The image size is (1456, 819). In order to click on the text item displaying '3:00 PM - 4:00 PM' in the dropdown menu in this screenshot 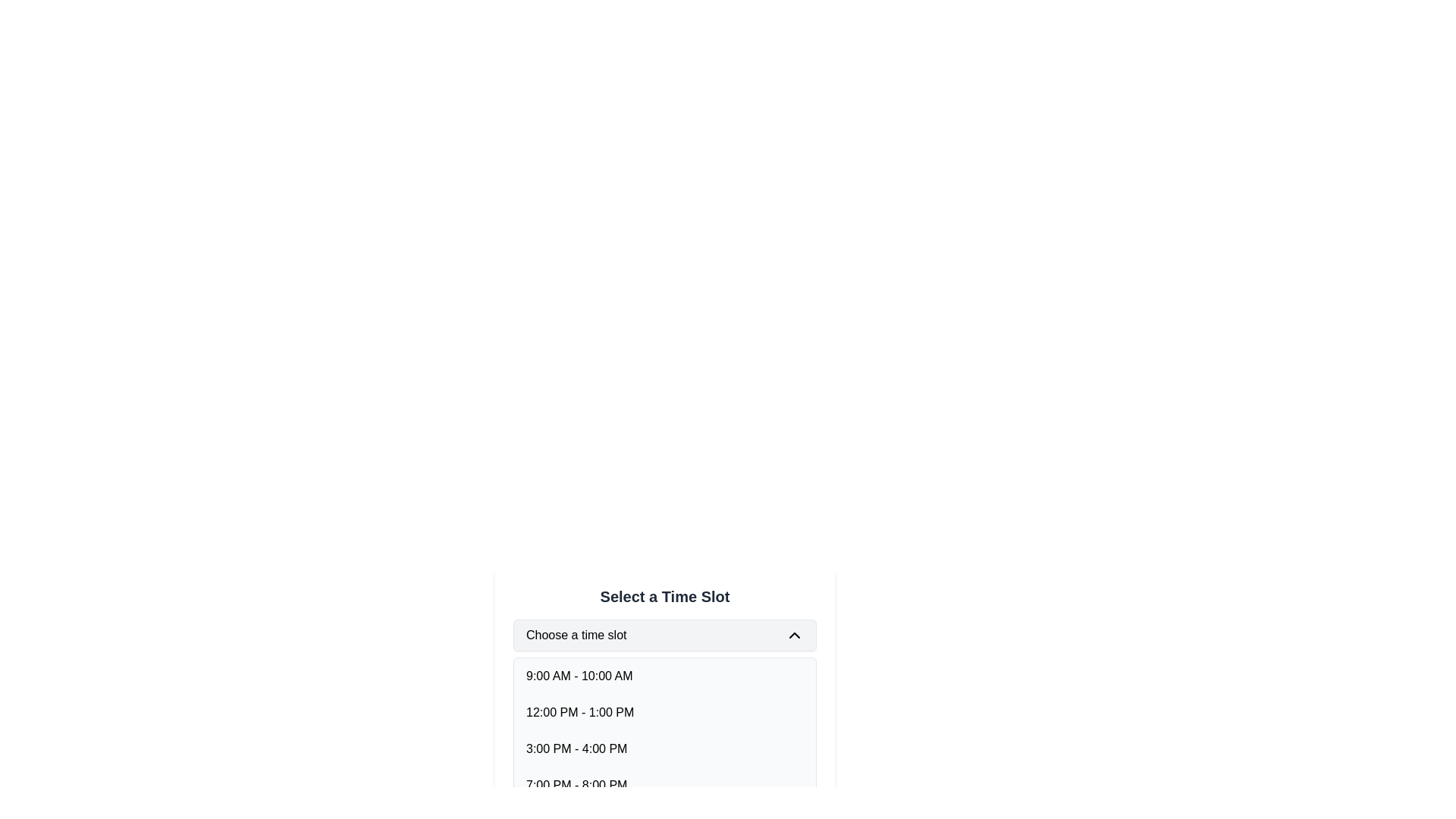, I will do `click(576, 748)`.